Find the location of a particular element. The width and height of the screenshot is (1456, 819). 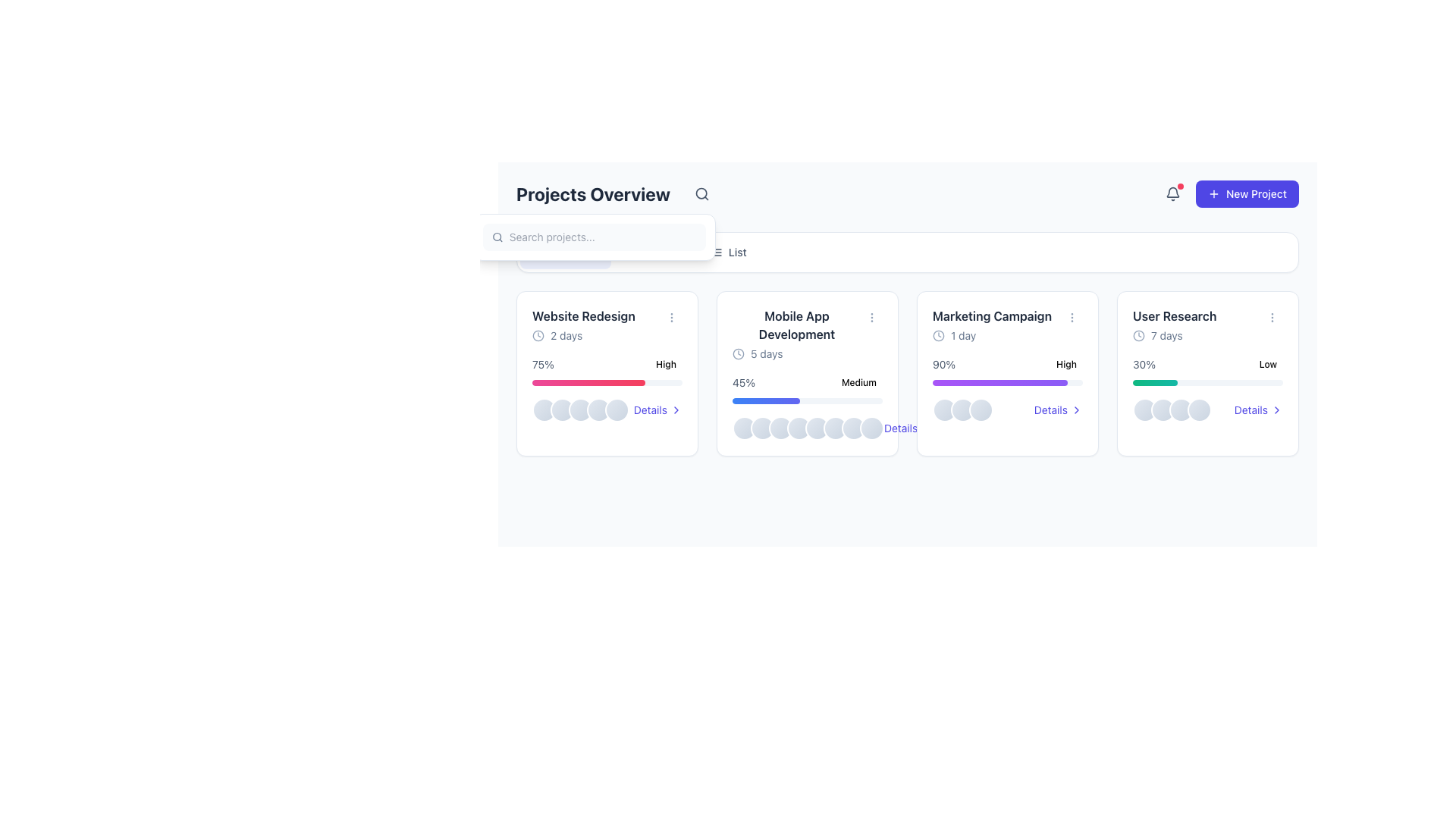

the 'Details' hyperlink with the rightward-pointing chevron icon located at the bottom-right corner of the second card is located at coordinates (908, 428).